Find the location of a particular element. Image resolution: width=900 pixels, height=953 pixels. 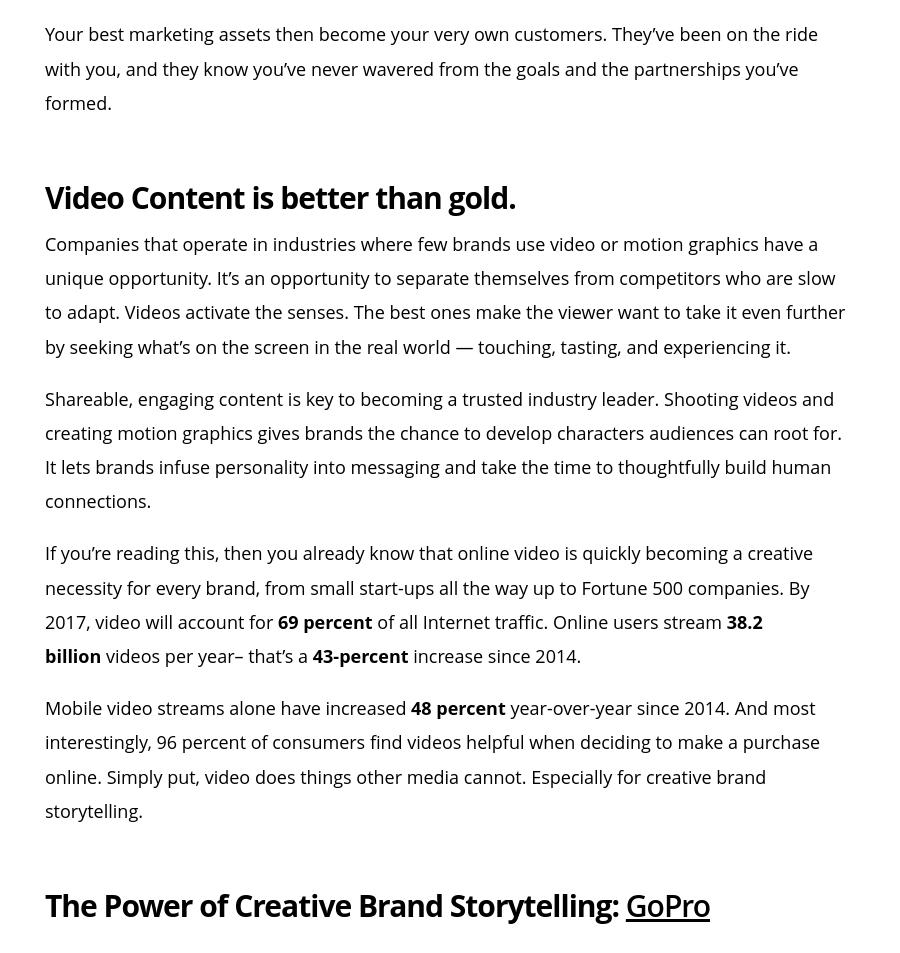

'videos per year– that’s a' is located at coordinates (99, 656).